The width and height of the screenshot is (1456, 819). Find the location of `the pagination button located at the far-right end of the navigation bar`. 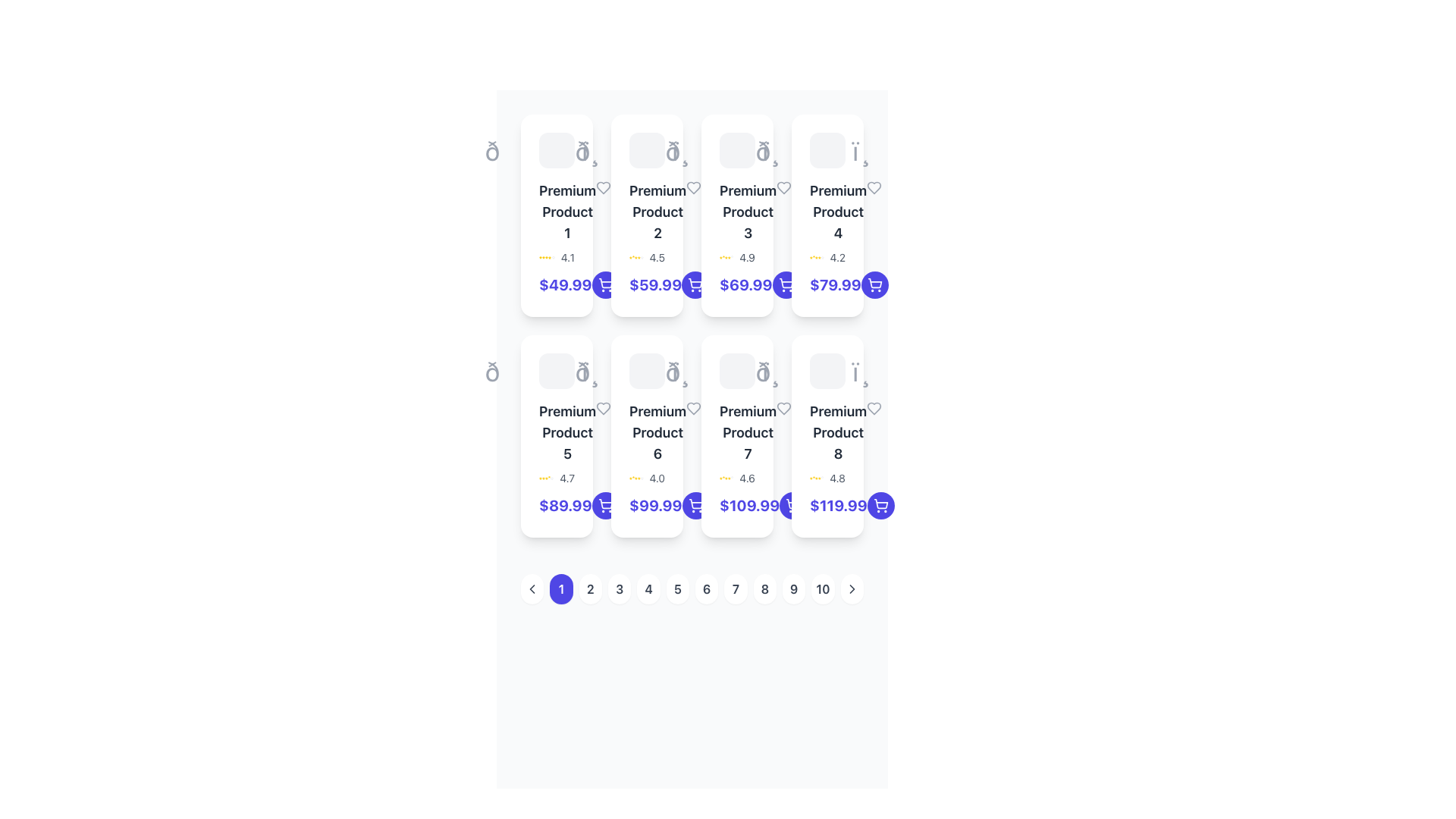

the pagination button located at the far-right end of the navigation bar is located at coordinates (852, 588).